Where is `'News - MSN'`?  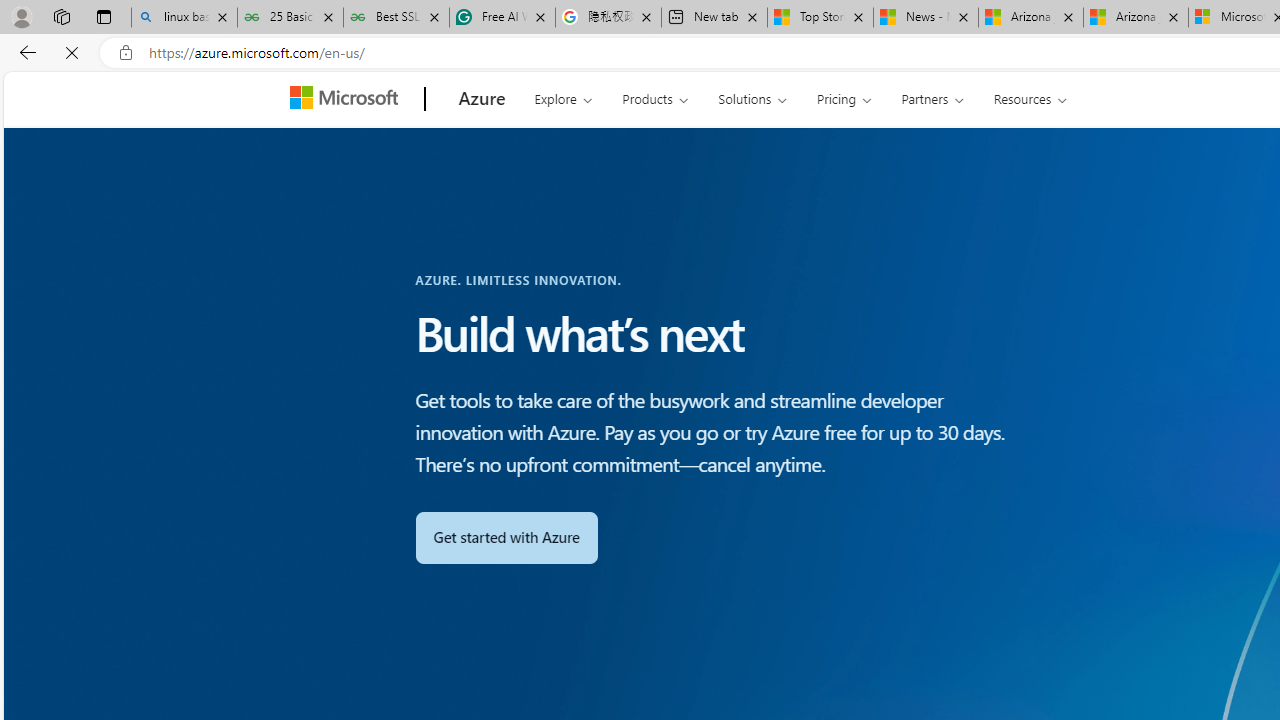
'News - MSN' is located at coordinates (925, 17).